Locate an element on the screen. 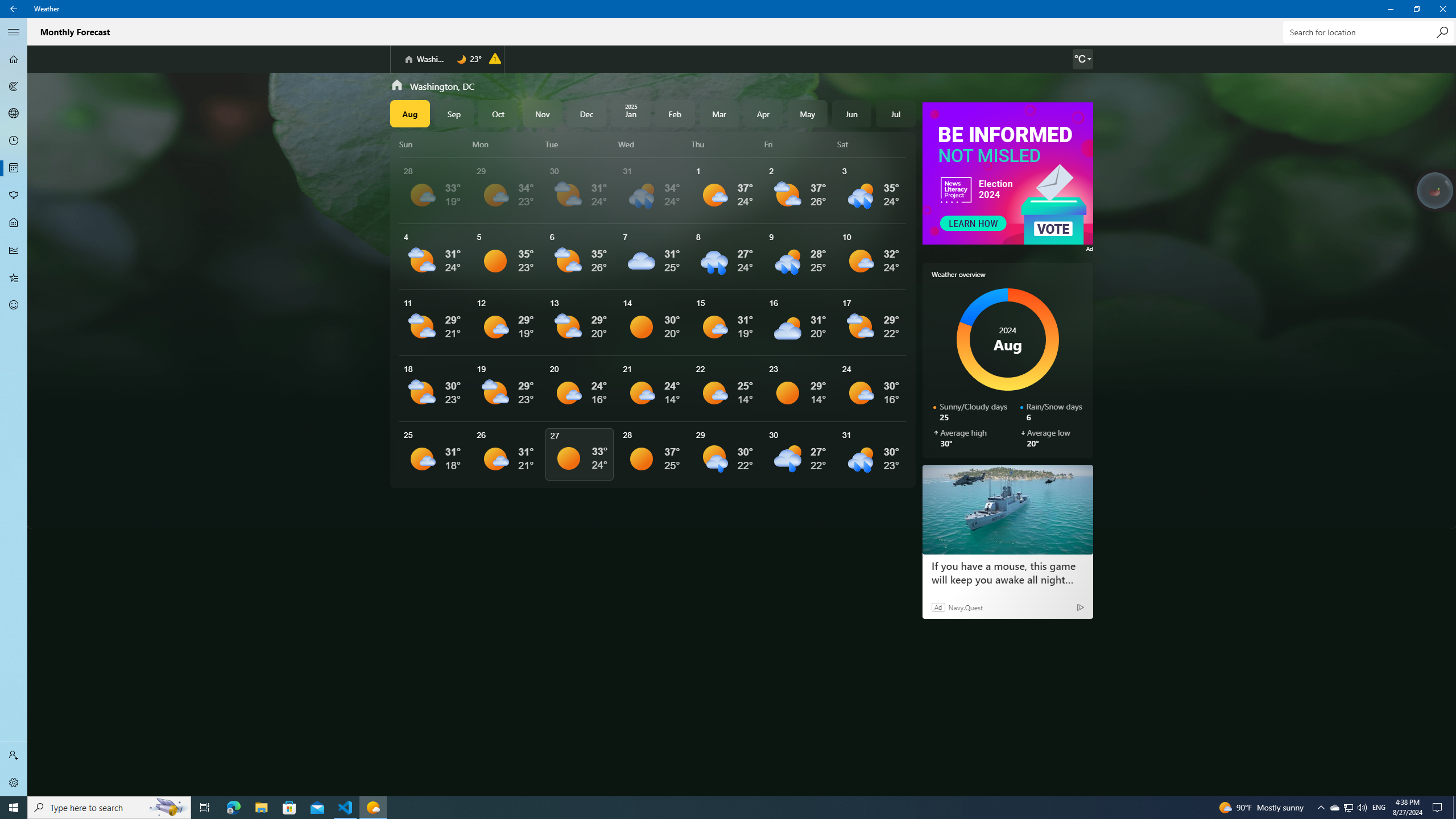 This screenshot has width=1456, height=819. 'Sign in' is located at coordinates (14, 755).